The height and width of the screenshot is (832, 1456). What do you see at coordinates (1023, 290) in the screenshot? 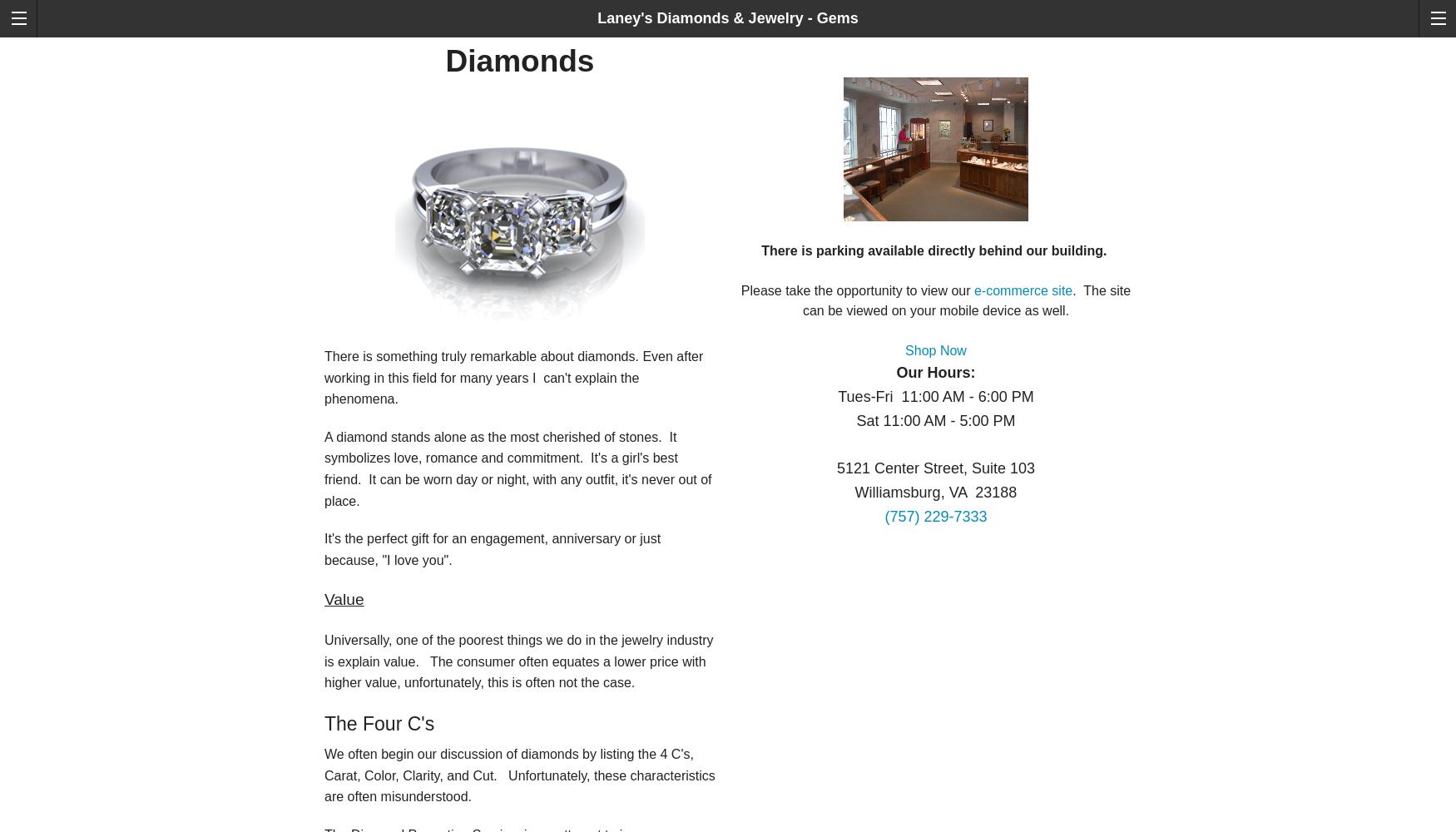
I see `'e-commerce site'` at bounding box center [1023, 290].